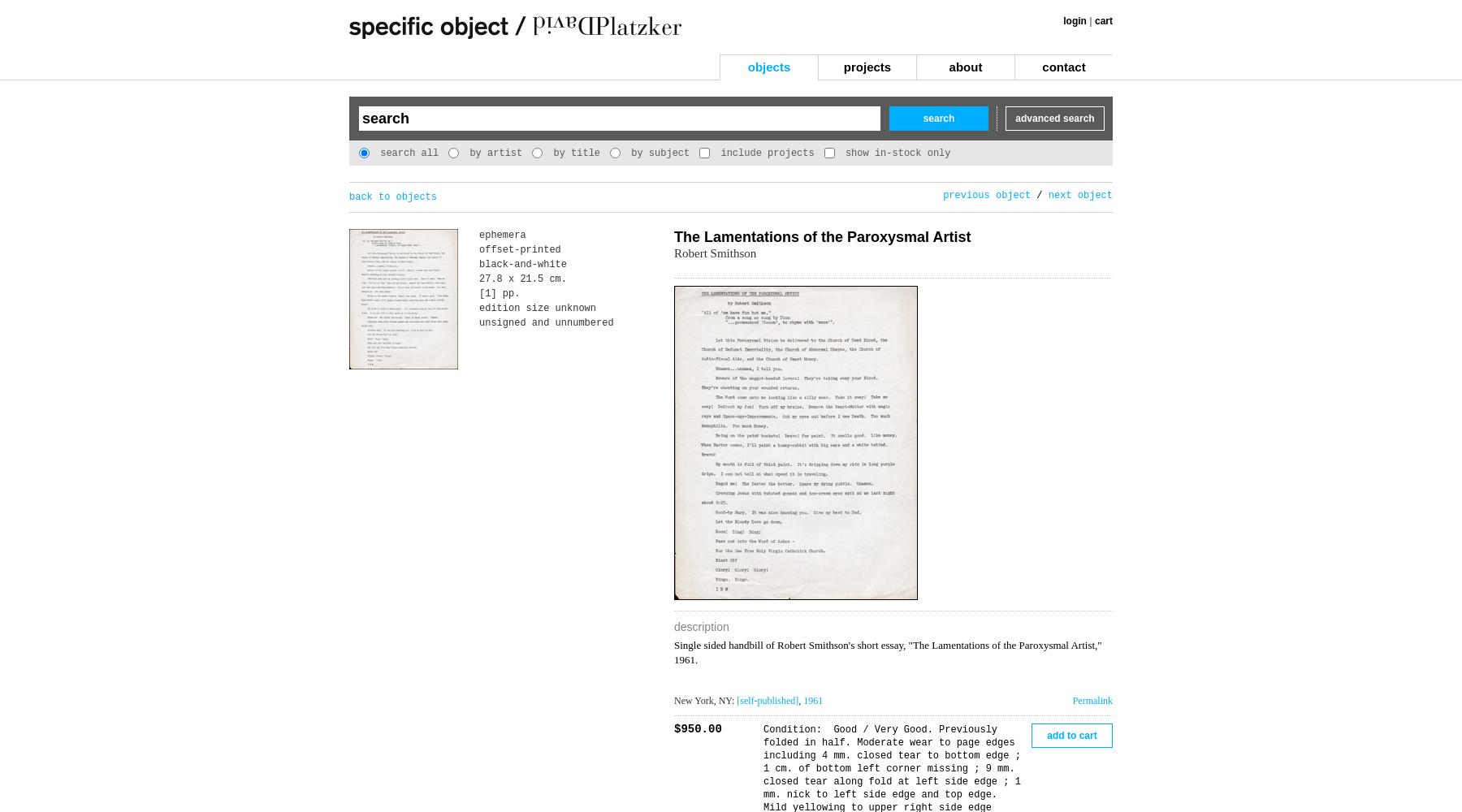 The width and height of the screenshot is (1462, 812). I want to click on 'search all', so click(405, 153).